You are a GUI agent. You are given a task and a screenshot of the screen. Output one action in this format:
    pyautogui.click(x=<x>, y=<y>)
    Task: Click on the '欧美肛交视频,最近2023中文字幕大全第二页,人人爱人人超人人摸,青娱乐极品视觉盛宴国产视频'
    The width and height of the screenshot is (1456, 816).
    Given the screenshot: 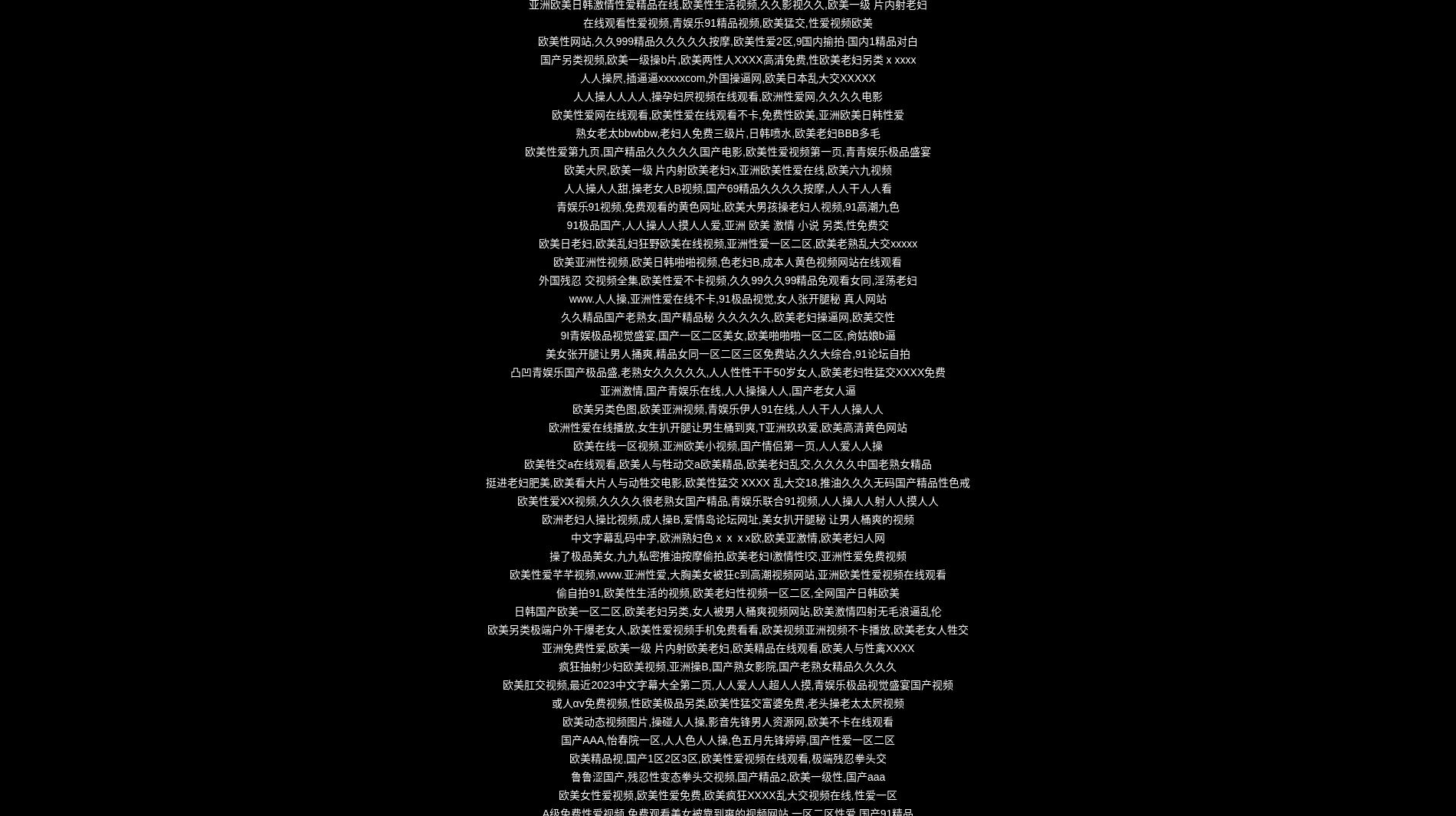 What is the action you would take?
    pyautogui.click(x=726, y=684)
    